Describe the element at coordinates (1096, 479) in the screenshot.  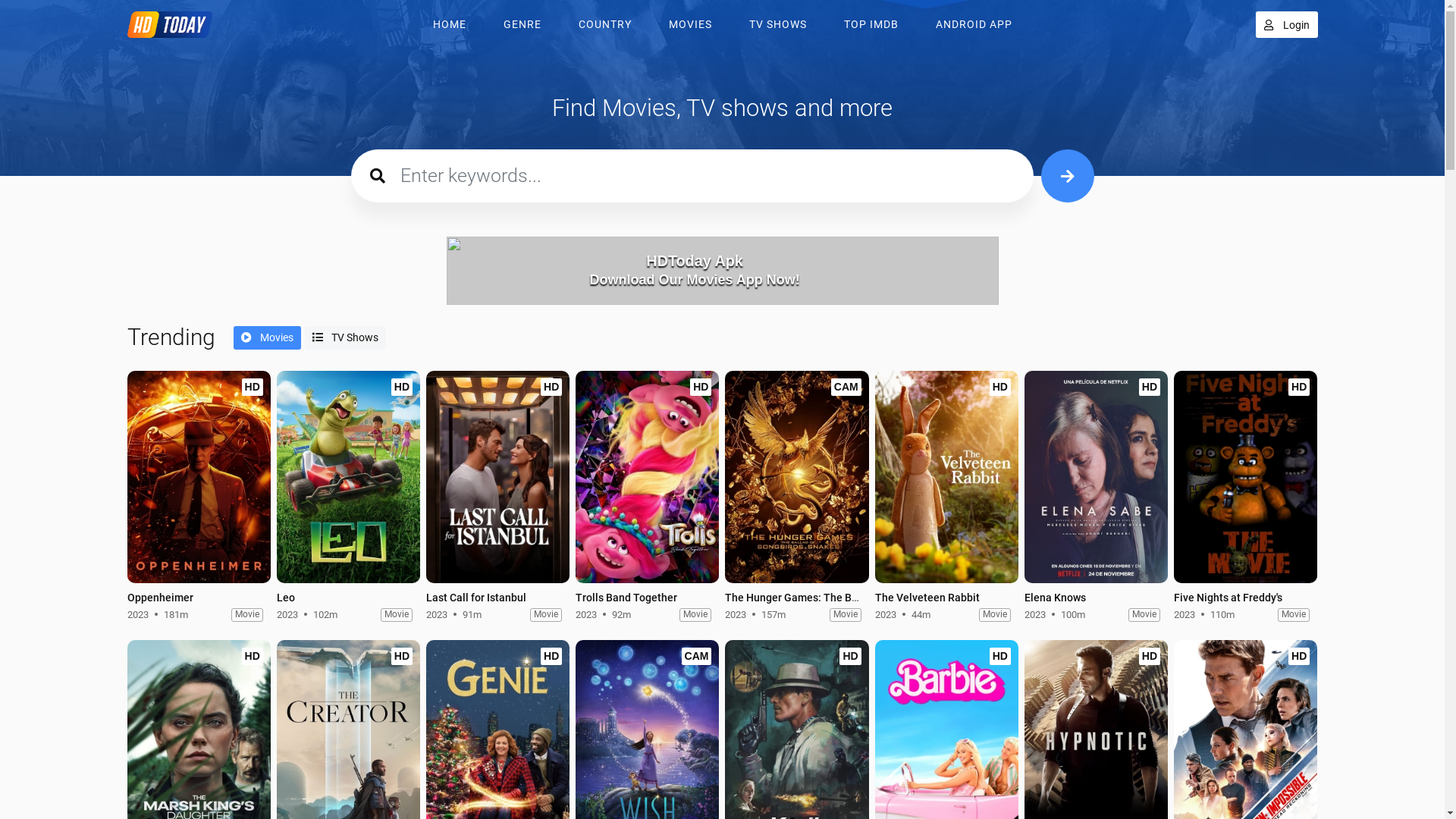
I see `'Elena Knows'` at that location.